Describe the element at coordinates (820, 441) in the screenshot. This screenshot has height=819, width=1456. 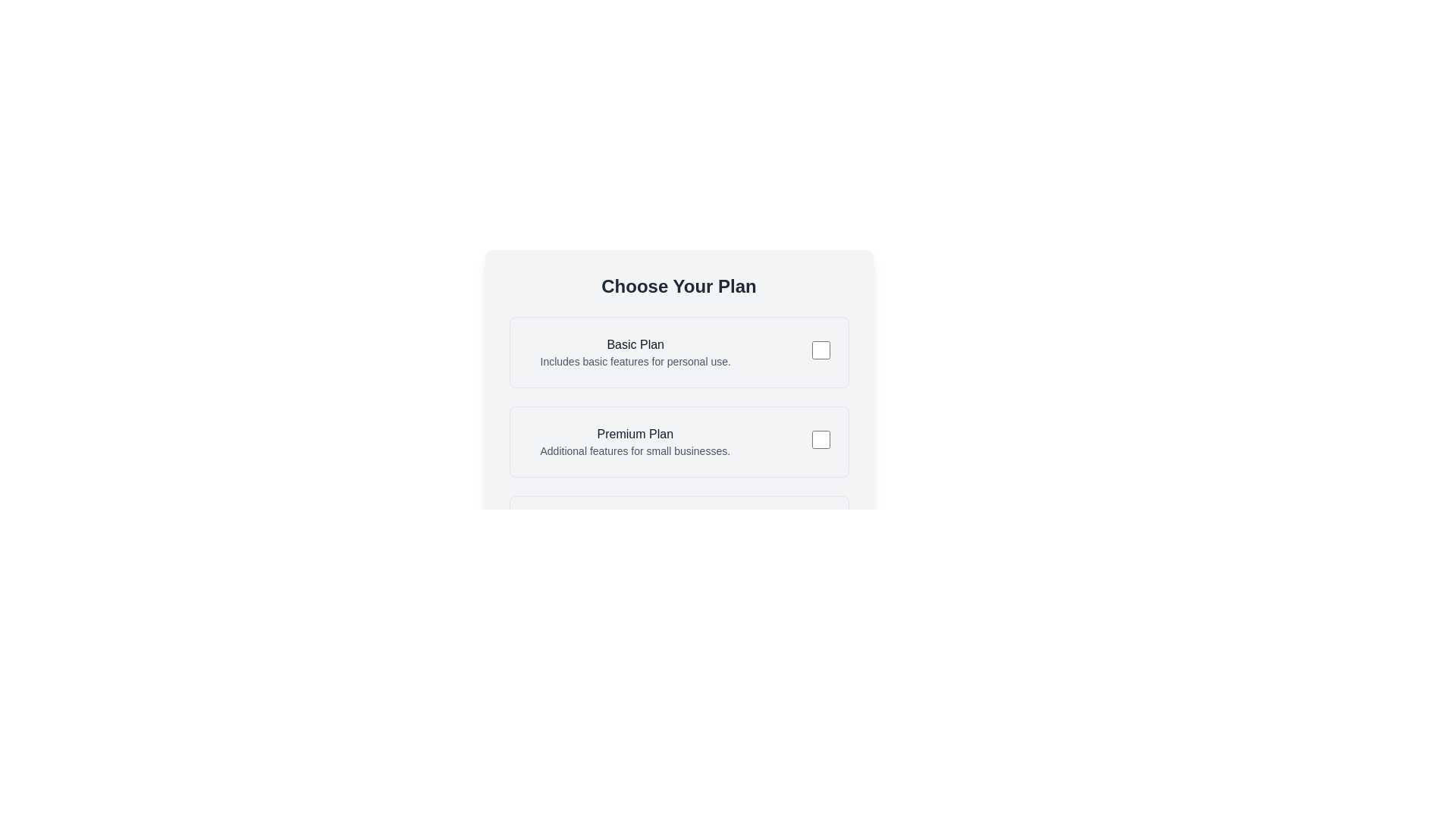
I see `the checkbox for the 'Premium Plan' option located in the bottom-right corner of the 'Choose Your Plan' interface` at that location.